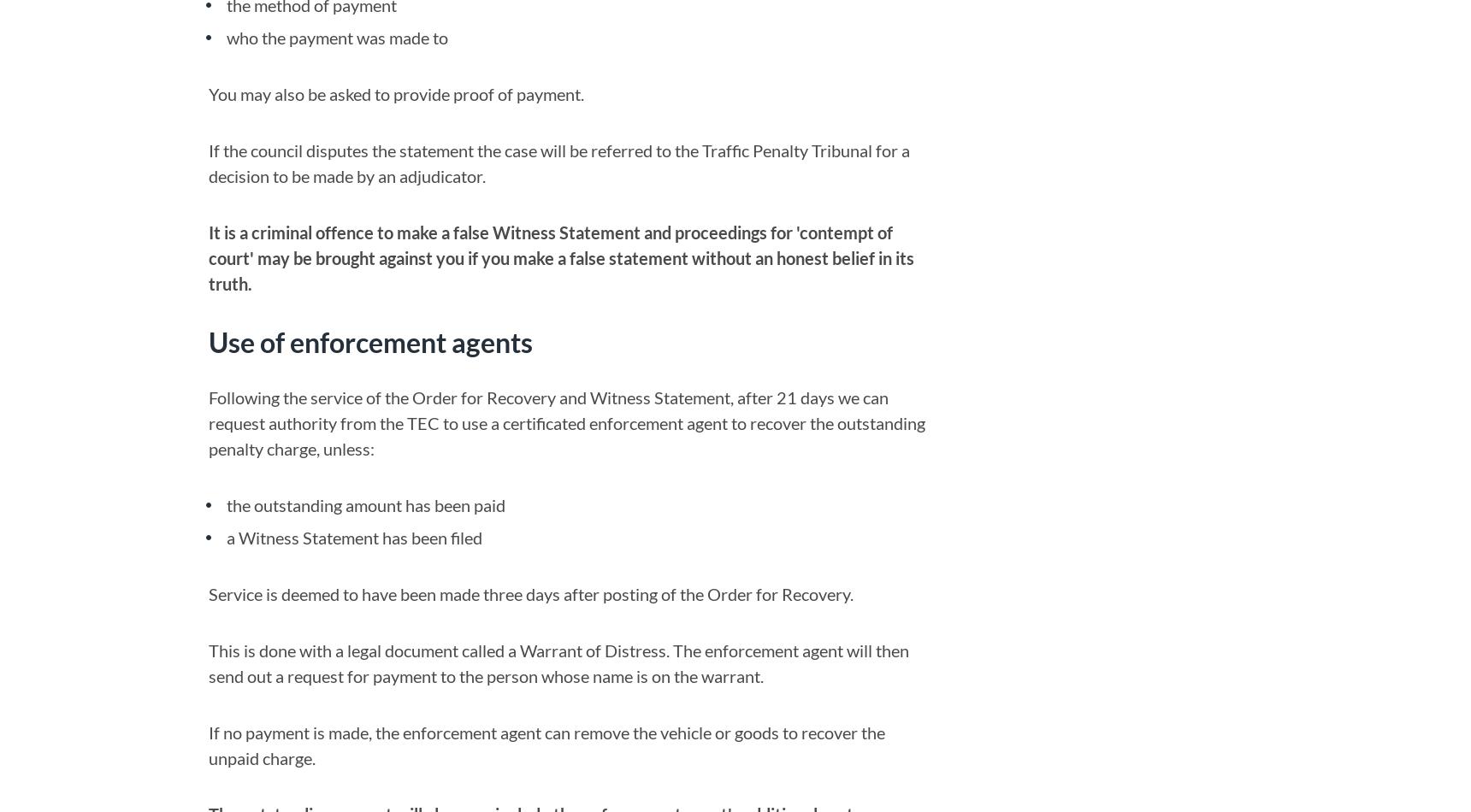  Describe the element at coordinates (558, 662) in the screenshot. I see `'This is done with a legal document called a Warrant of Distress. The enforcement agent will then send out a request for payment to the person whose name is on the warrant.'` at that location.